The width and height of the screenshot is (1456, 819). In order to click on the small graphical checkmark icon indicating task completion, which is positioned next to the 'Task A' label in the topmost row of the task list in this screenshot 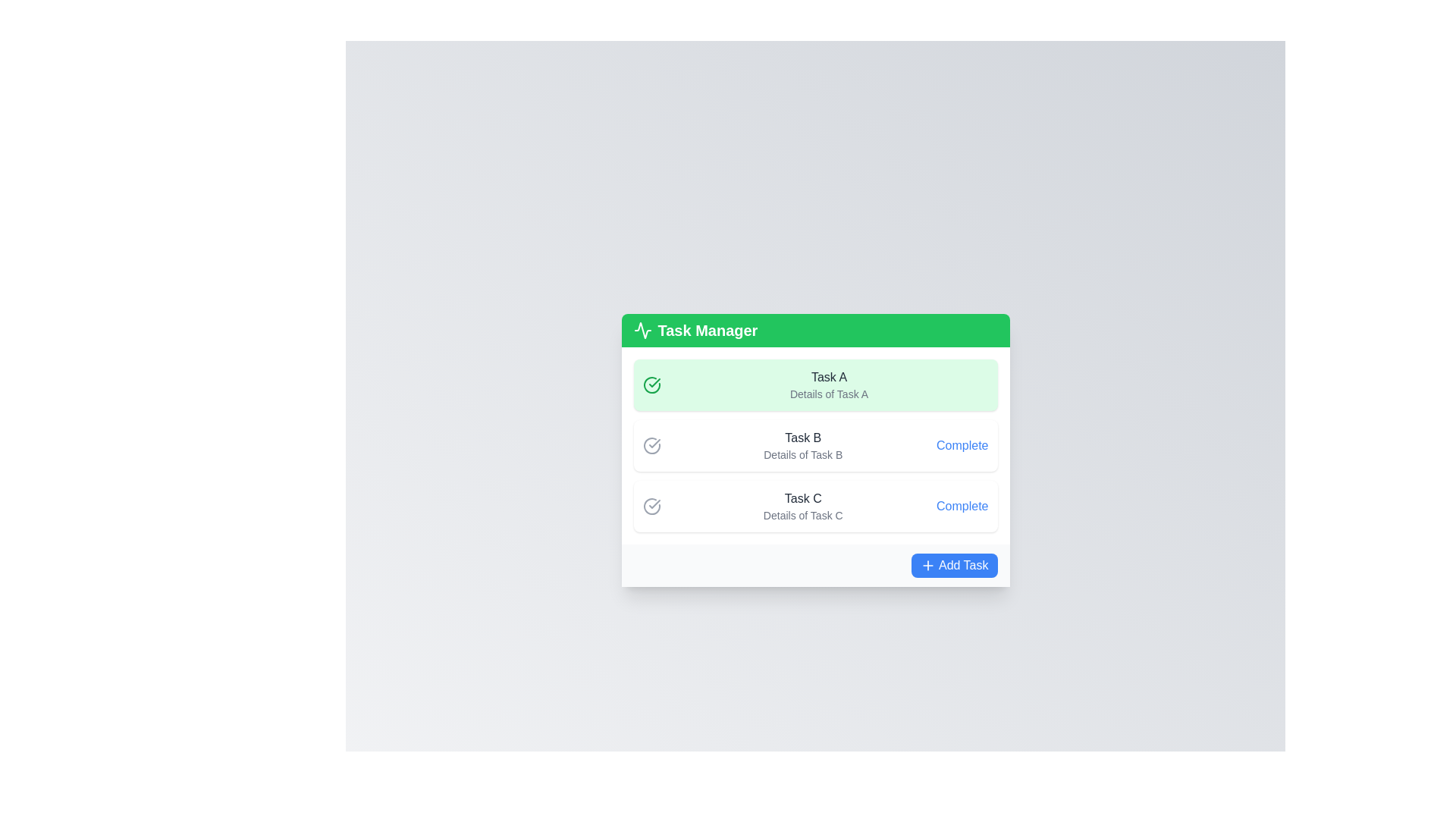, I will do `click(654, 444)`.